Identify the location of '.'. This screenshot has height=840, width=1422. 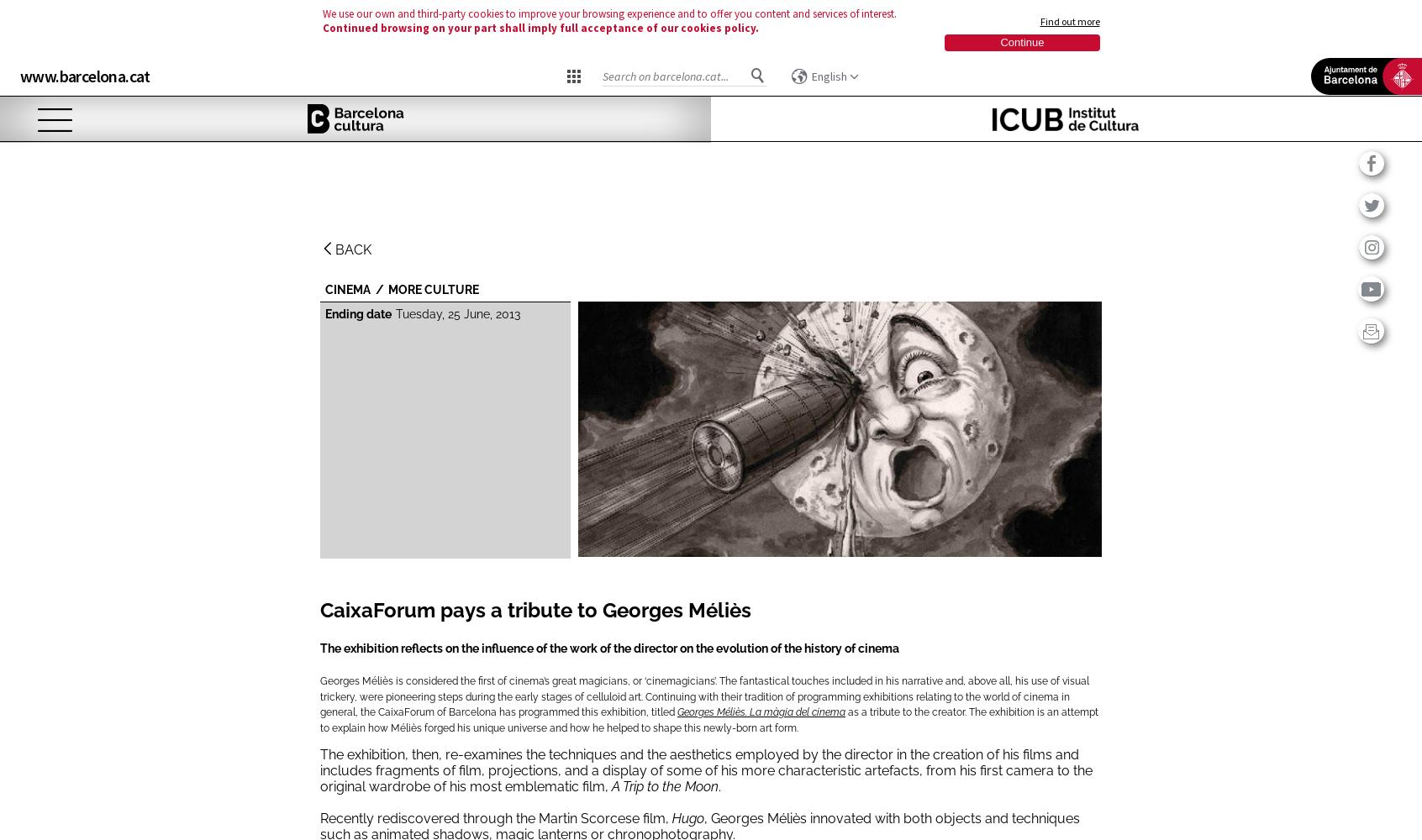
(719, 786).